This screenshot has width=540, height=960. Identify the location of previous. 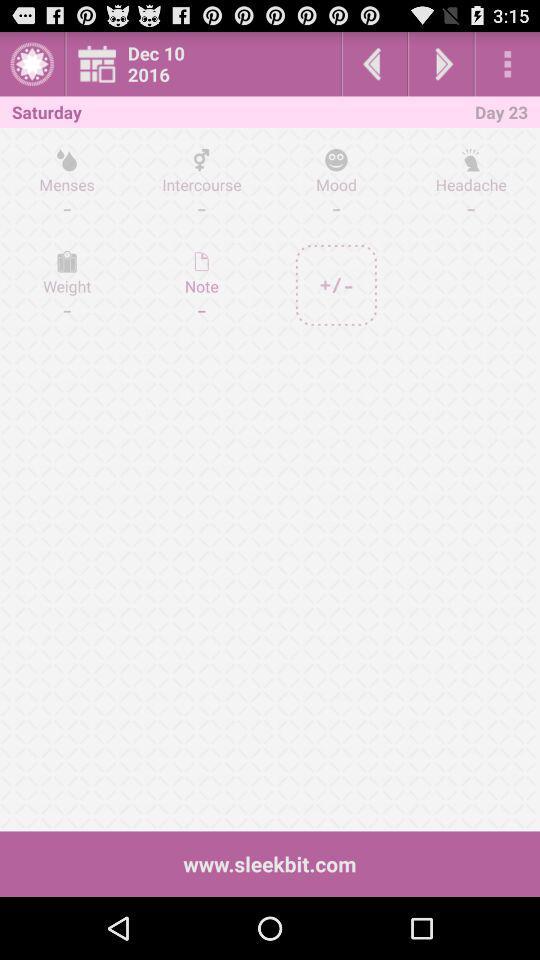
(374, 63).